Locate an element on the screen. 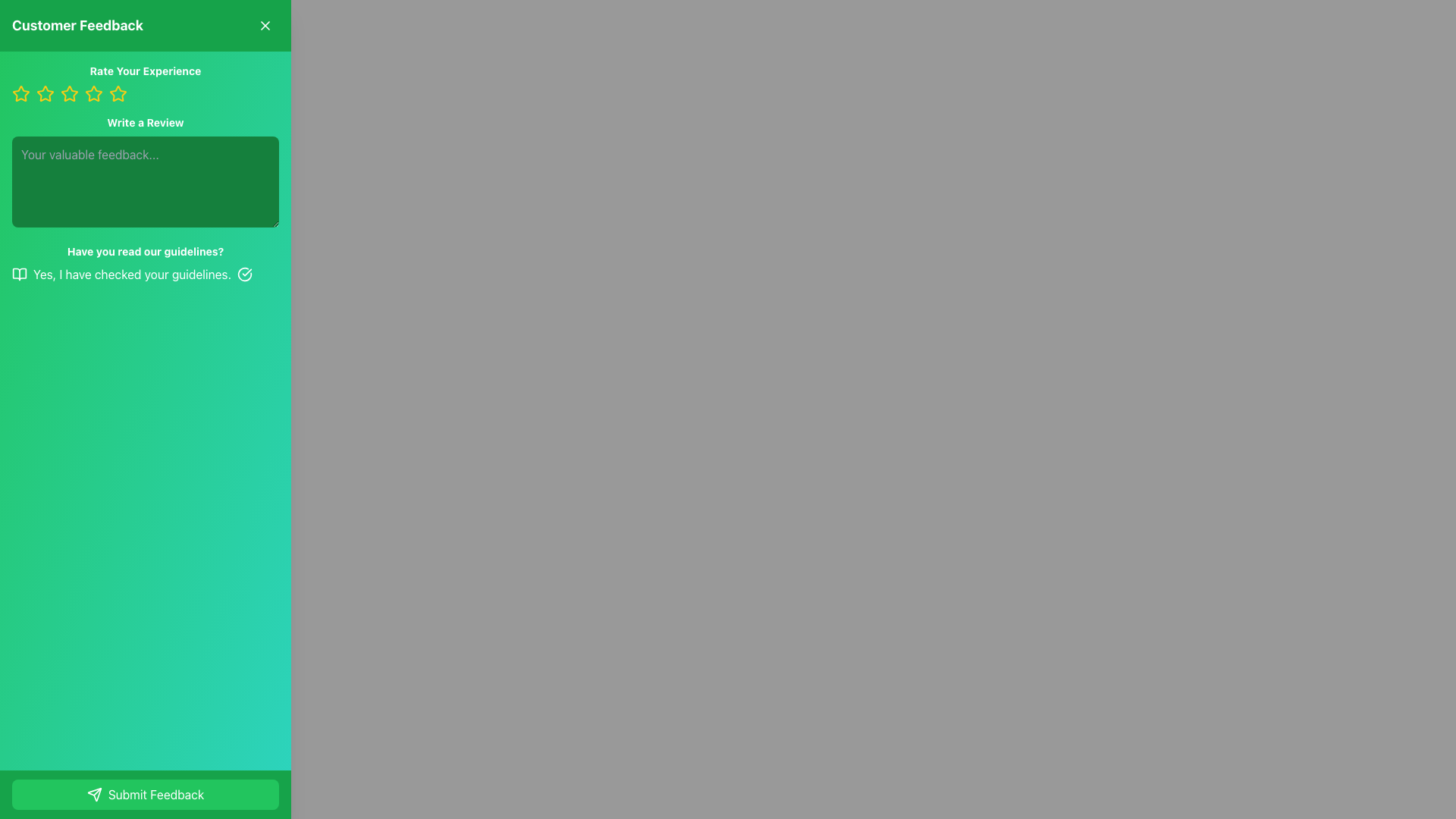 Image resolution: width=1456 pixels, height=819 pixels. statement 'Yes, I have checked your guidelines.' in the horizontal group containing a checkbox, icon, and text, located below the question 'Have you read our guidelines?' is located at coordinates (146, 275).